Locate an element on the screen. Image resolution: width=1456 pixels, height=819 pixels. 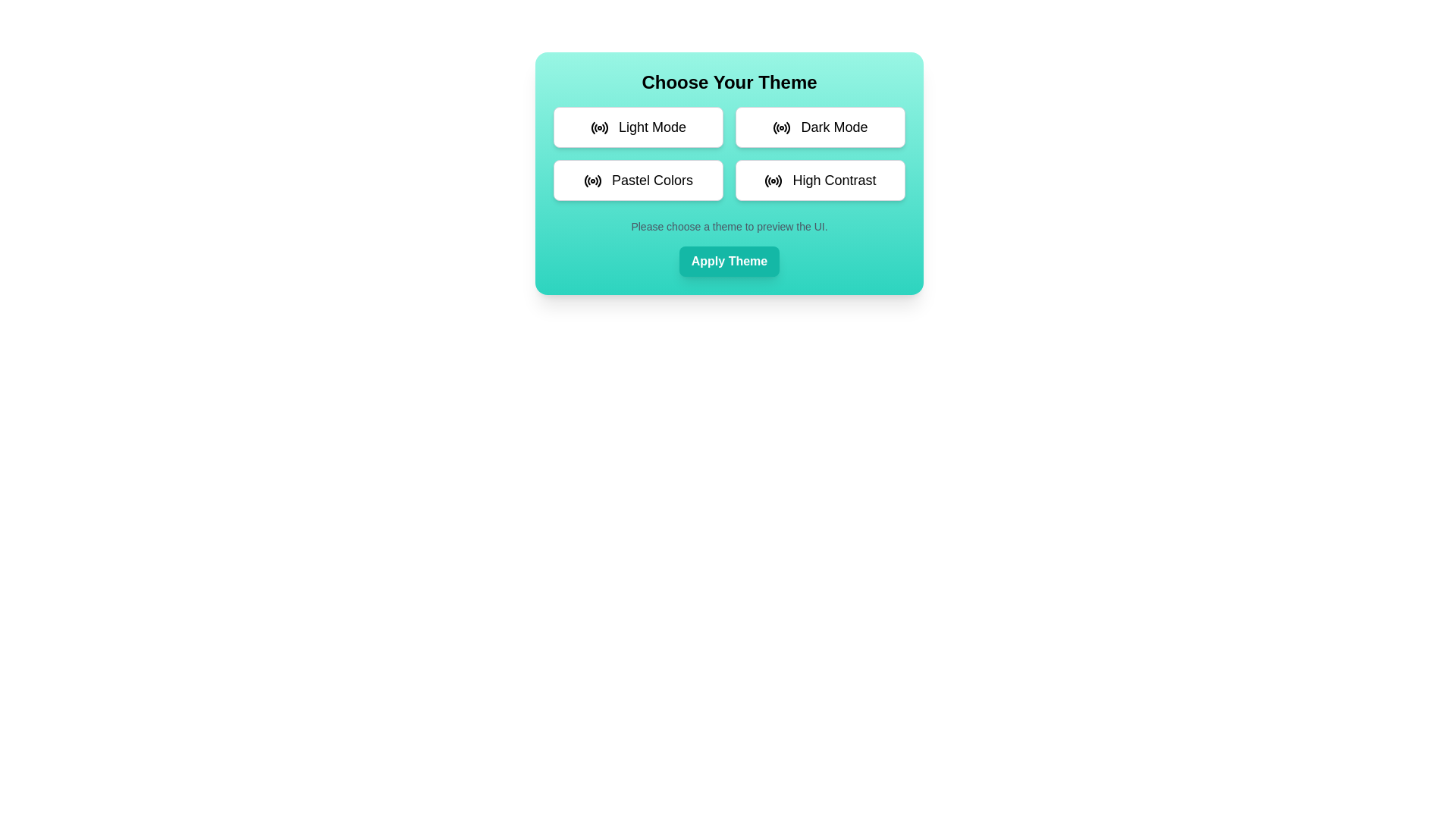
the 'Light Mode' button located in the top left corner of a 2x2 grid to trigger its hover effect is located at coordinates (638, 127).